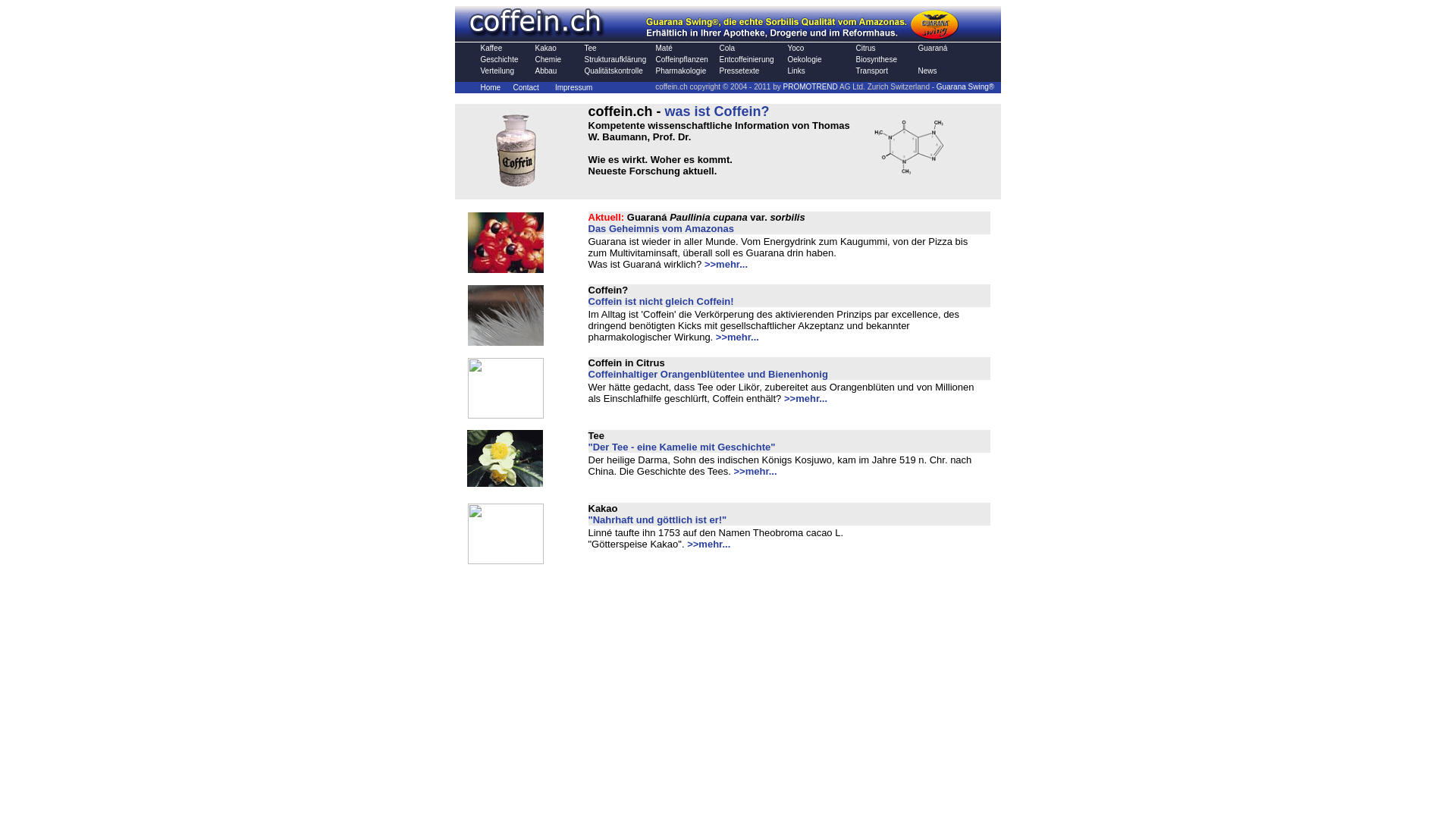 The width and height of the screenshot is (1456, 819). What do you see at coordinates (681, 441) in the screenshot?
I see `'Tee` at bounding box center [681, 441].